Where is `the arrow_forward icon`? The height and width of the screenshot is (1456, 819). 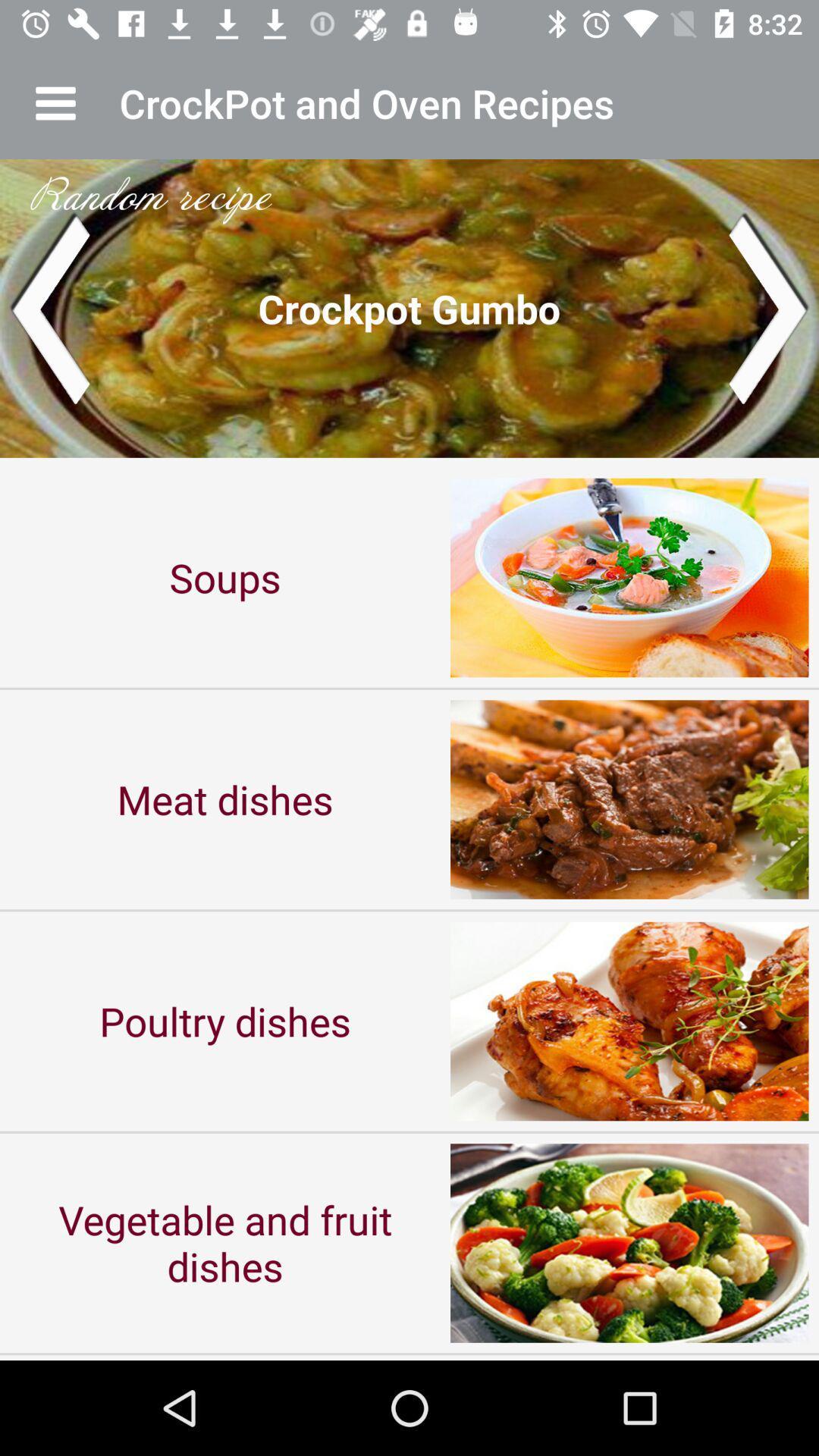
the arrow_forward icon is located at coordinates (769, 307).